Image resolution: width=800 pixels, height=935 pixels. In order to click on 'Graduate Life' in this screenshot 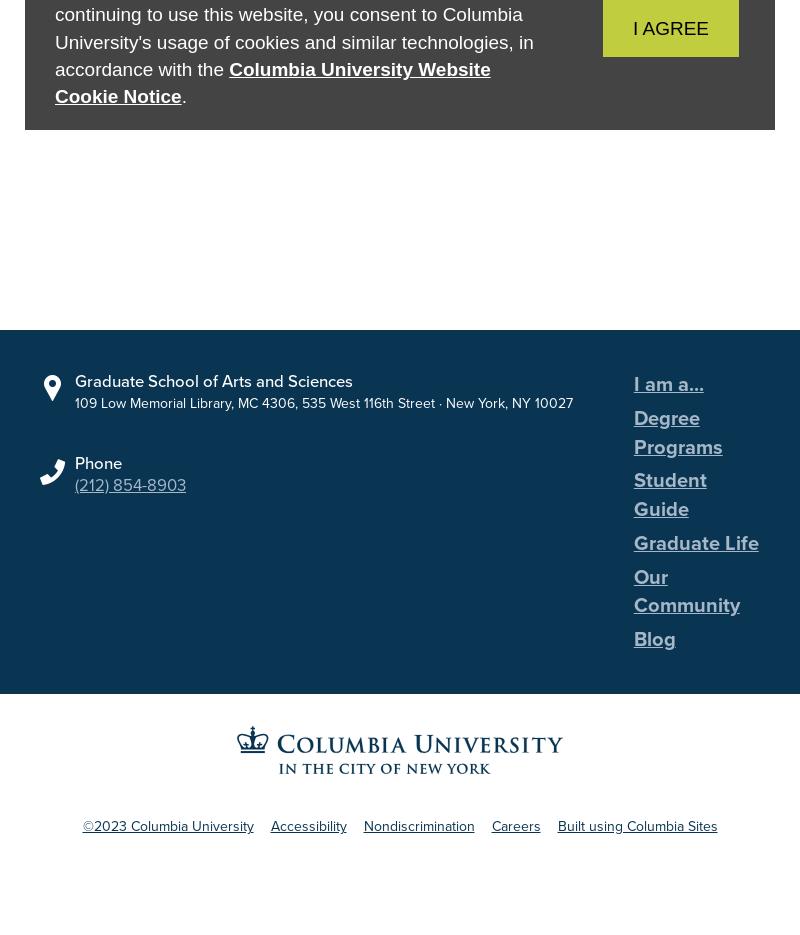, I will do `click(695, 541)`.